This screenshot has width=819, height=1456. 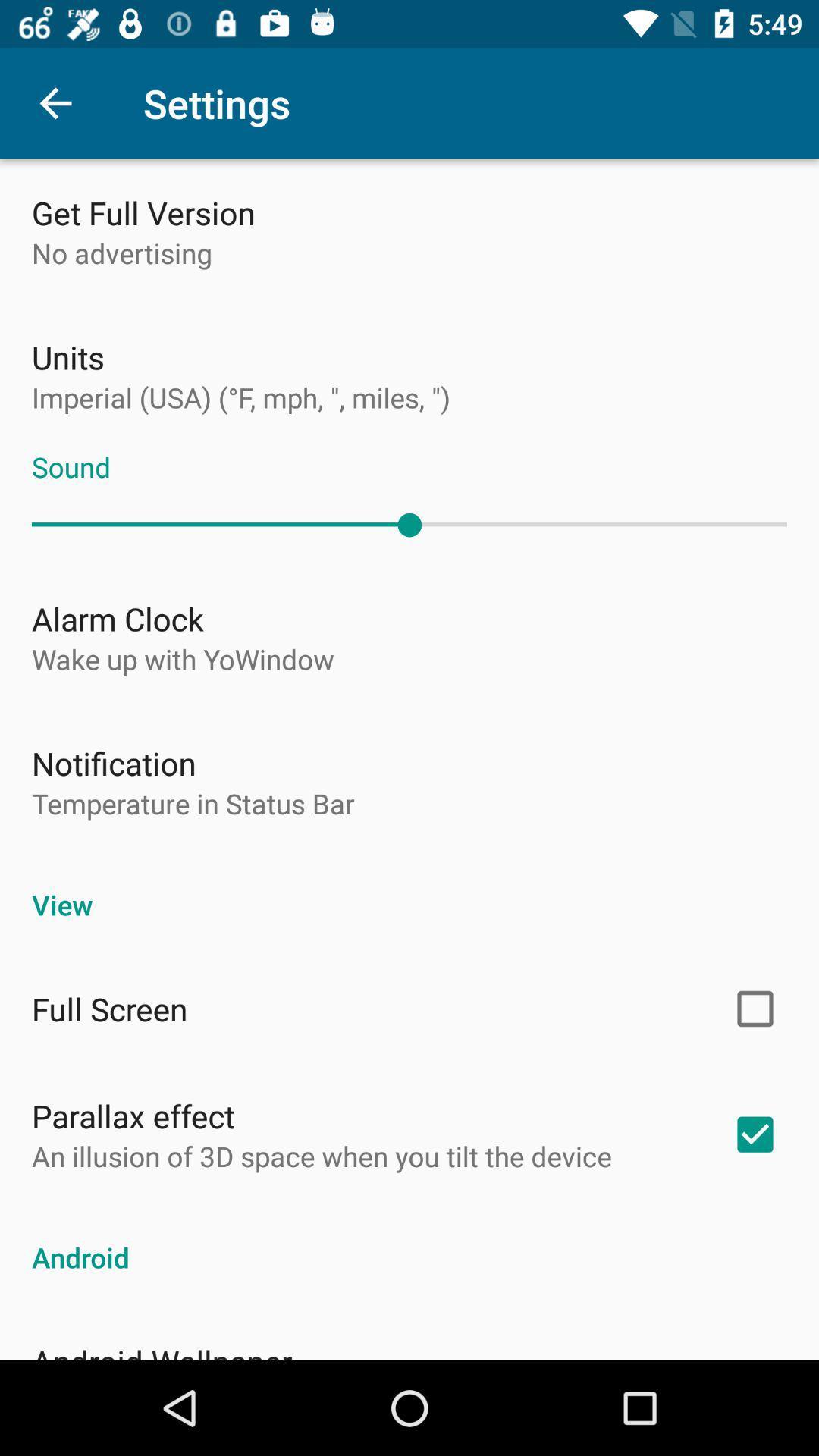 What do you see at coordinates (55, 102) in the screenshot?
I see `the item next to the settings` at bounding box center [55, 102].